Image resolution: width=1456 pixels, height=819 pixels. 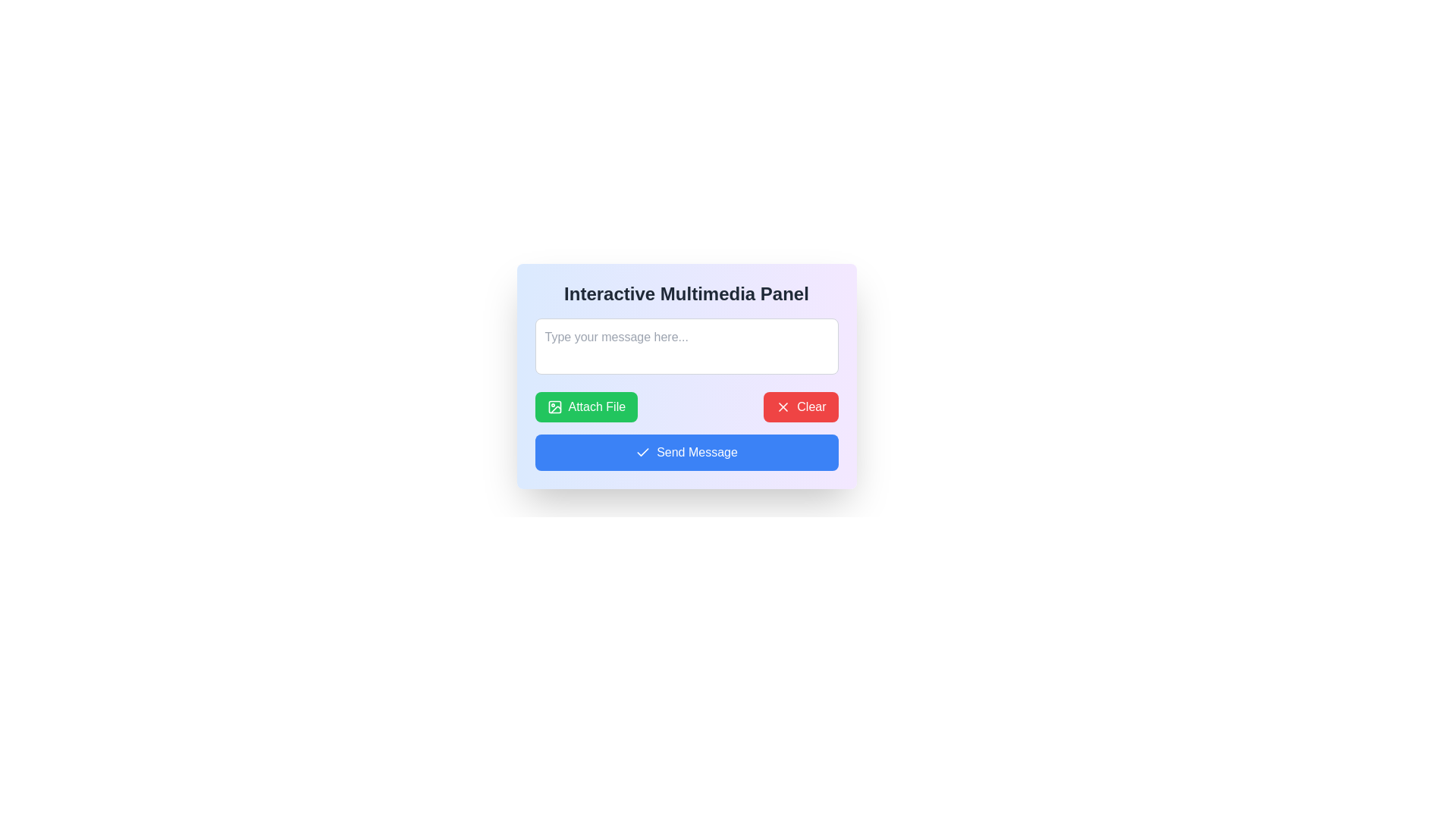 What do you see at coordinates (554, 406) in the screenshot?
I see `the green button labeled 'Attach File' that contains the file attachment icon` at bounding box center [554, 406].